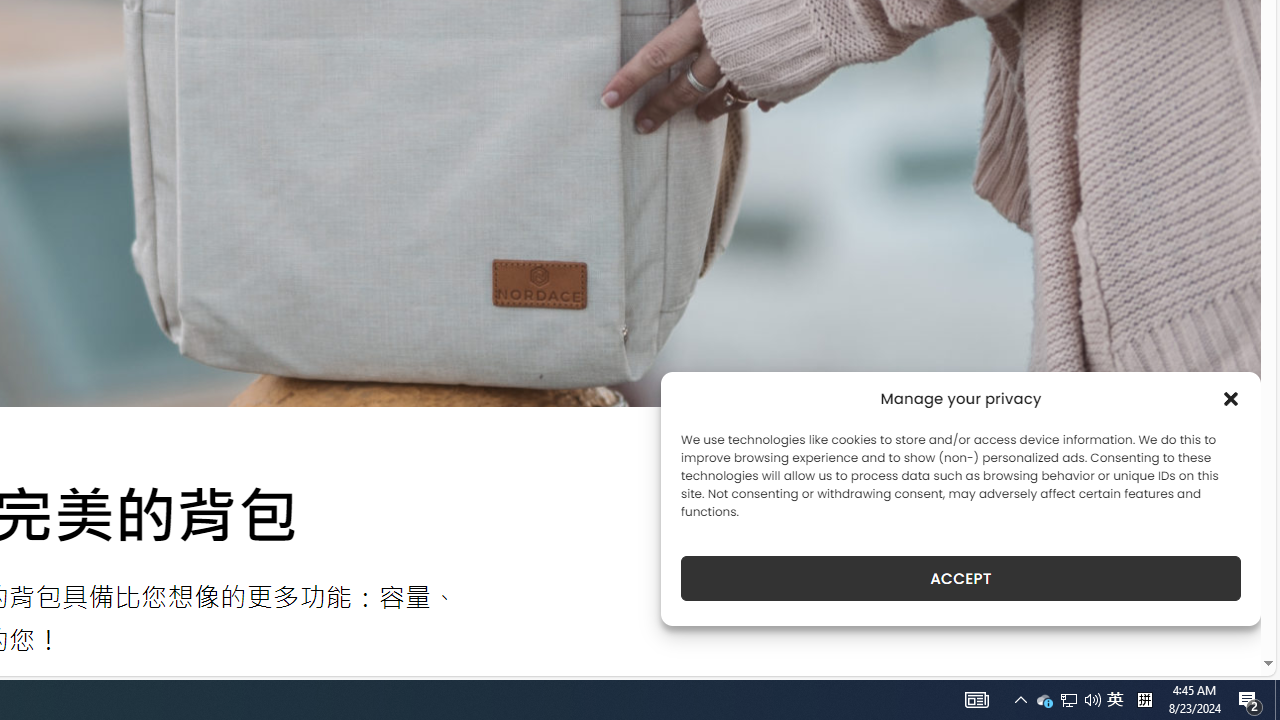  Describe the element at coordinates (961, 578) in the screenshot. I see `'ACCEPT'` at that location.